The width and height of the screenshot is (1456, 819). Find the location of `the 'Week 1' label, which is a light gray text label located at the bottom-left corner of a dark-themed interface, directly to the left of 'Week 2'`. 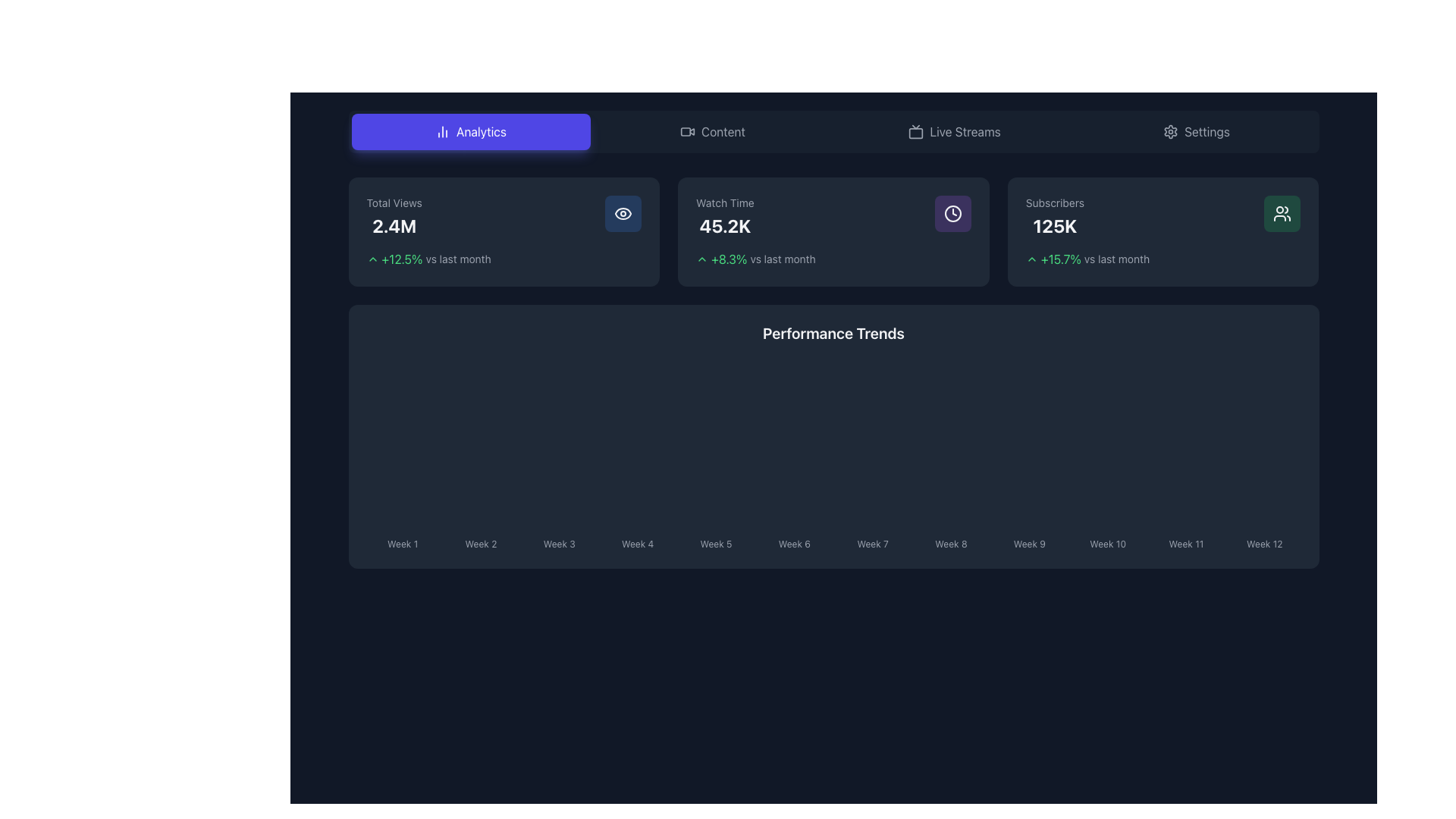

the 'Week 1' label, which is a light gray text label located at the bottom-left corner of a dark-themed interface, directly to the left of 'Week 2' is located at coordinates (403, 543).